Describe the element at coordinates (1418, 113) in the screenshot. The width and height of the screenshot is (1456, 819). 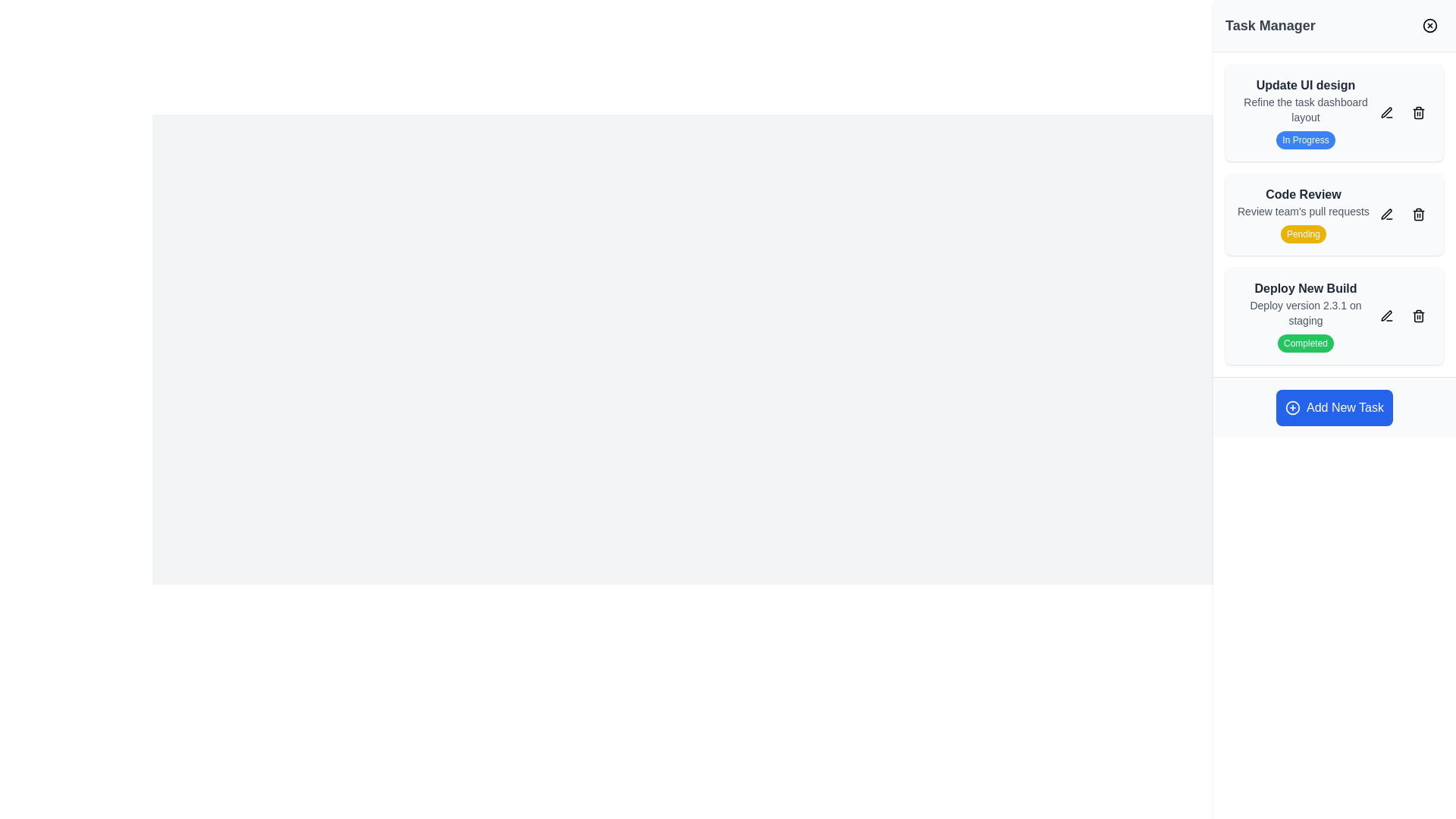
I see `the semi-transparent, rounded rectangle trash can icon that is part of the Delete button located in the top-right corner of the 'Update UI design' task card in the 'Task Manager' panel` at that location.